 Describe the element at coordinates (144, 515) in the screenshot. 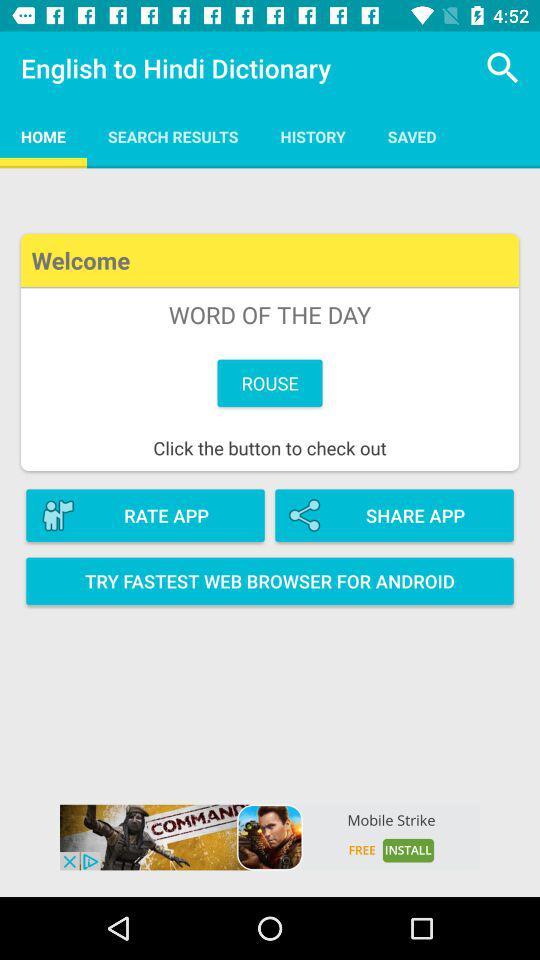

I see `the text left to share app` at that location.